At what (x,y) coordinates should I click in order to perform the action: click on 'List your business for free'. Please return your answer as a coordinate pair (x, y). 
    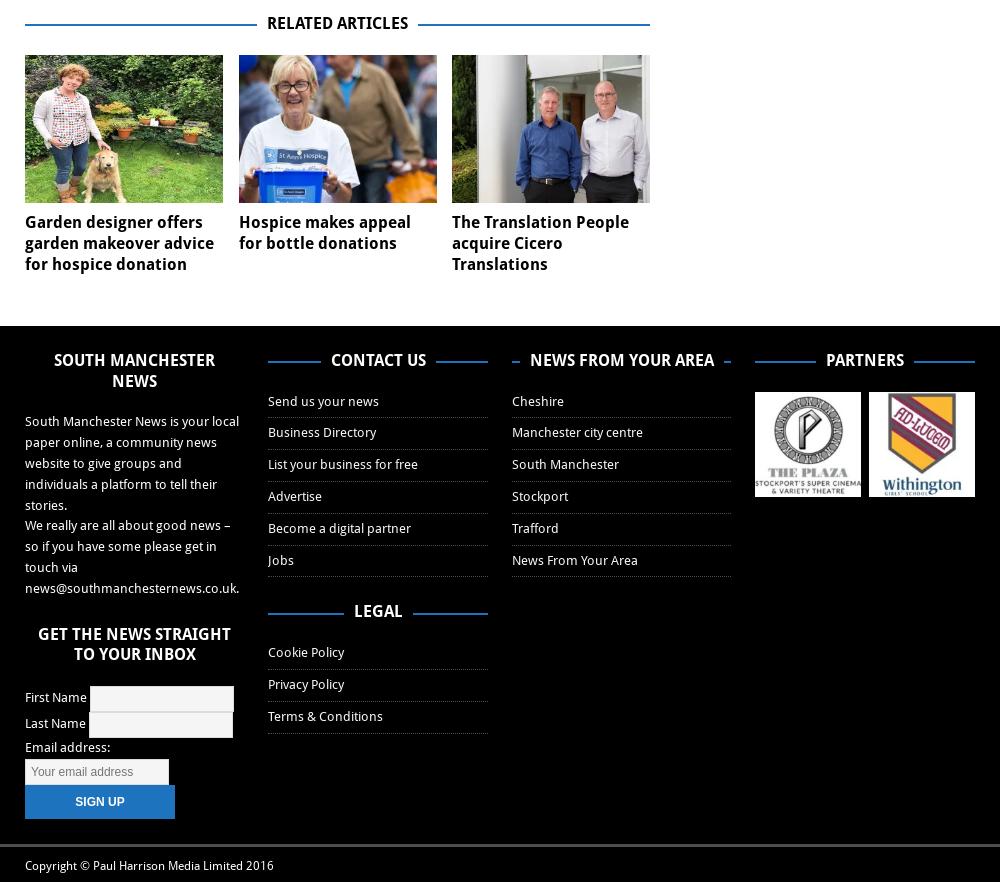
    Looking at the image, I should click on (342, 464).